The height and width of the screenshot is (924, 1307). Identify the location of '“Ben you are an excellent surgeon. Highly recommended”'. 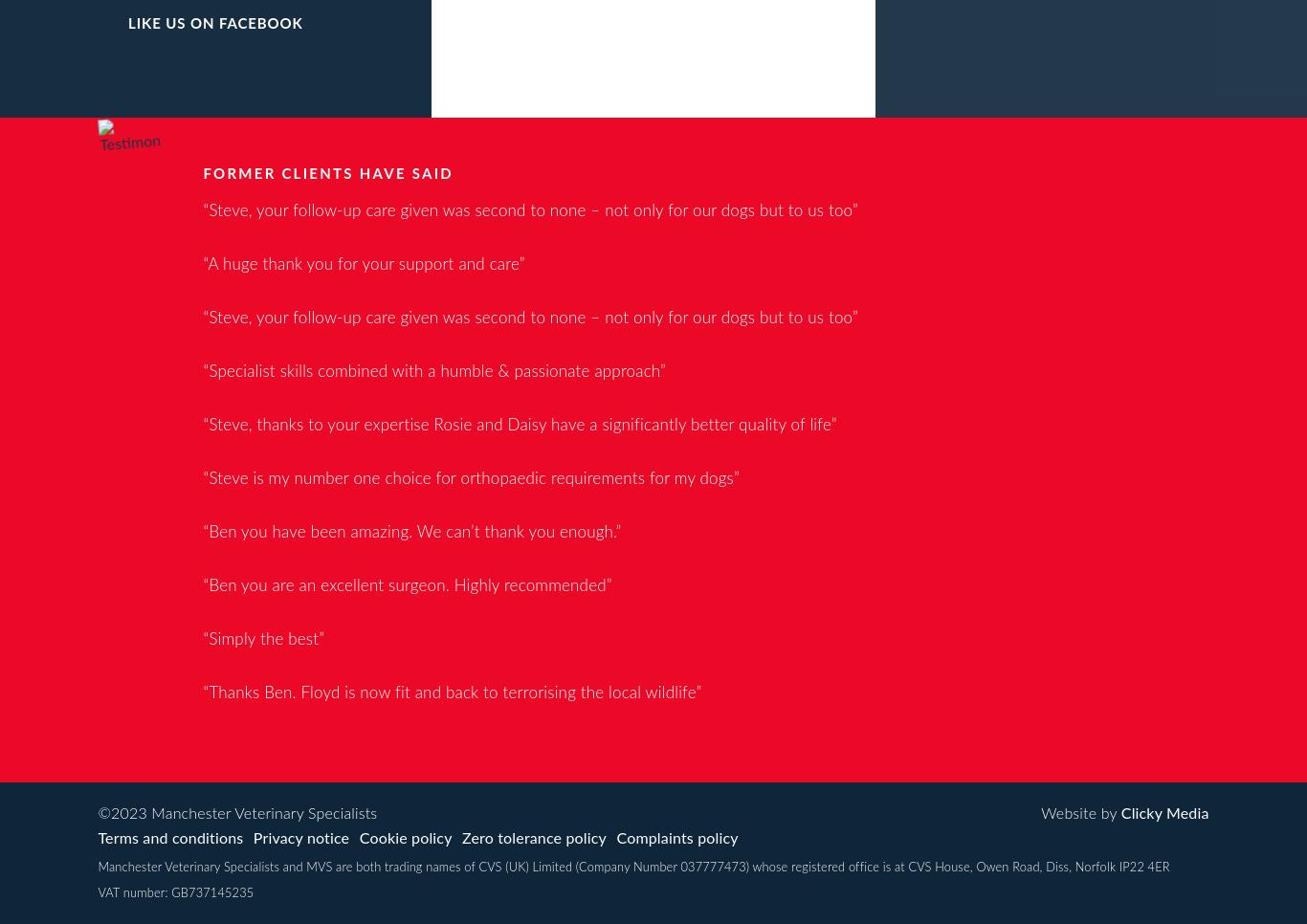
(406, 584).